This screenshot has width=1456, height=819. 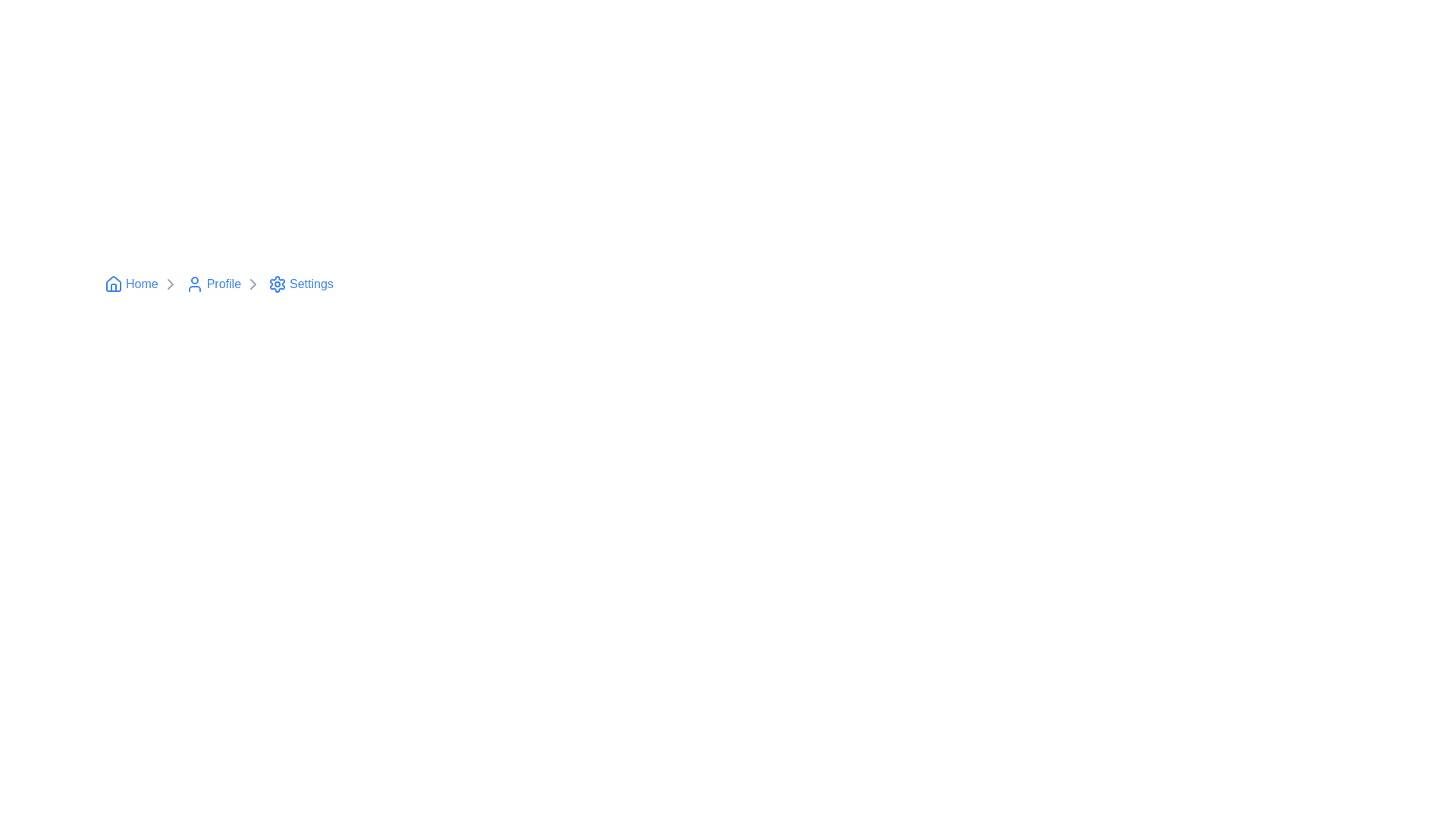 I want to click on the clickable label adjacent to the house icon, so click(x=142, y=284).